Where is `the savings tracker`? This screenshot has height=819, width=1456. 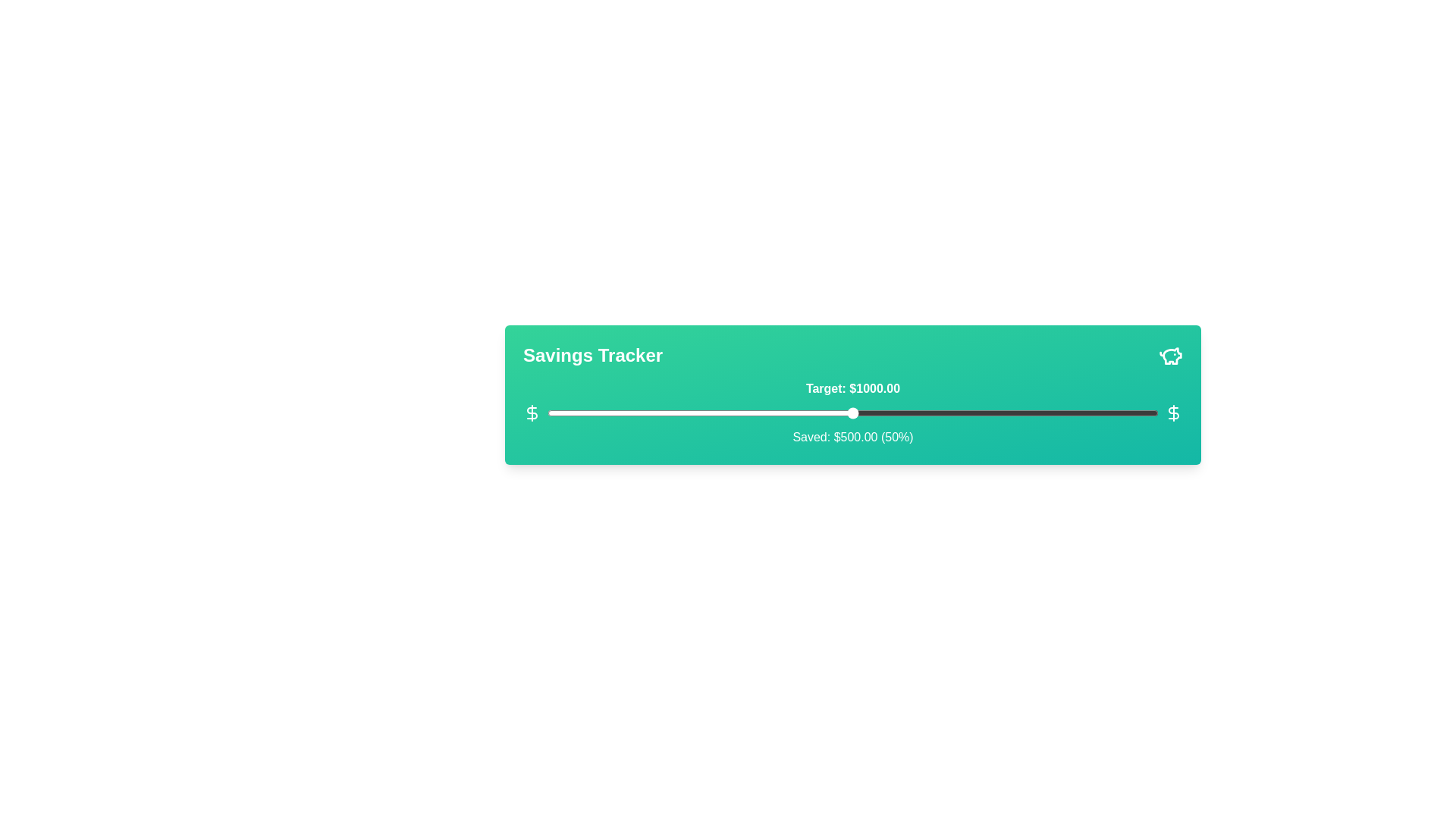
the savings tracker is located at coordinates (809, 413).